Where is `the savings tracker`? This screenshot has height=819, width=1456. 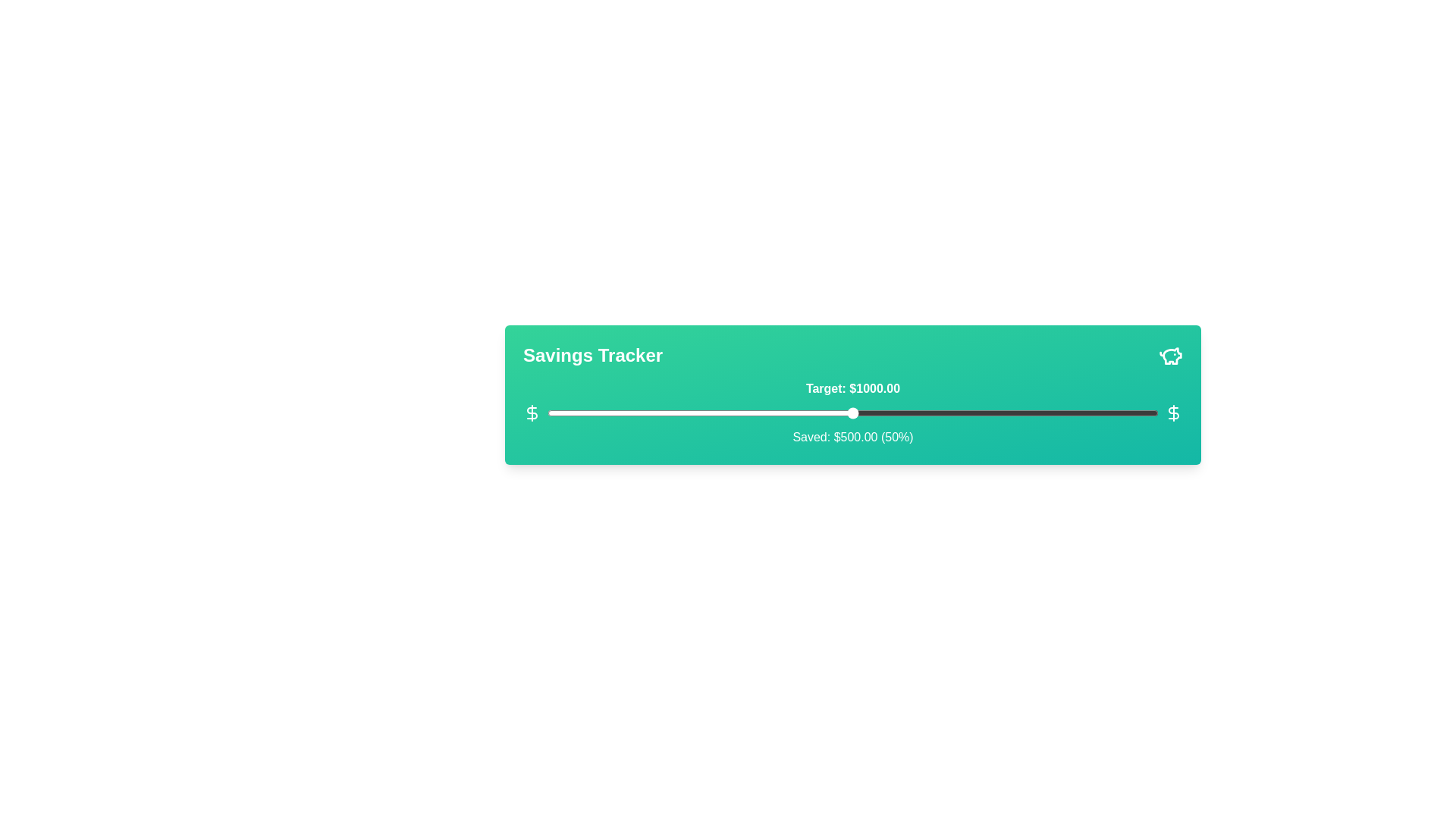
the savings tracker is located at coordinates (809, 413).